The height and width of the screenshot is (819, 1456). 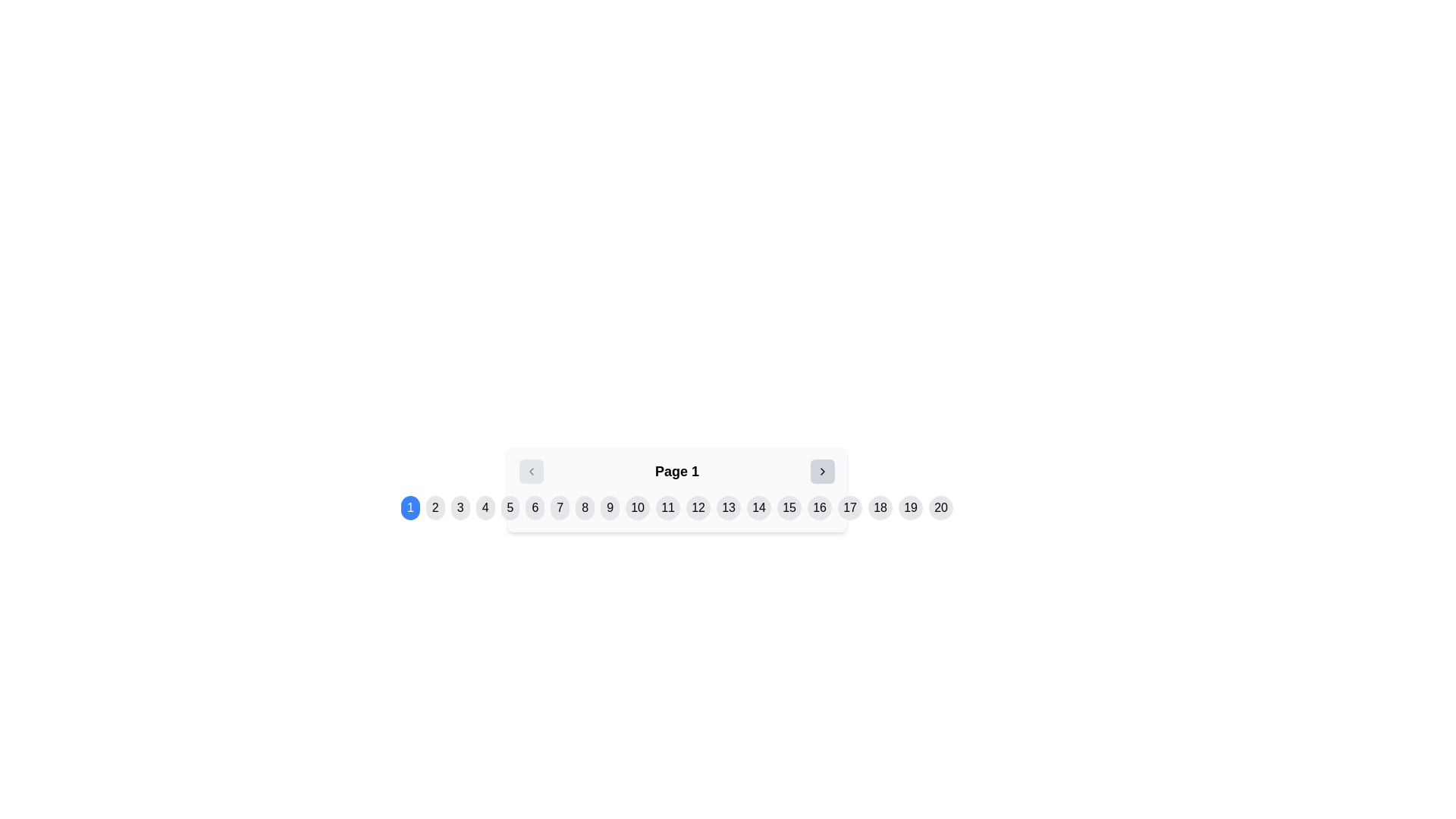 What do you see at coordinates (460, 508) in the screenshot?
I see `the circular button with a light-gray background and the number '3'` at bounding box center [460, 508].